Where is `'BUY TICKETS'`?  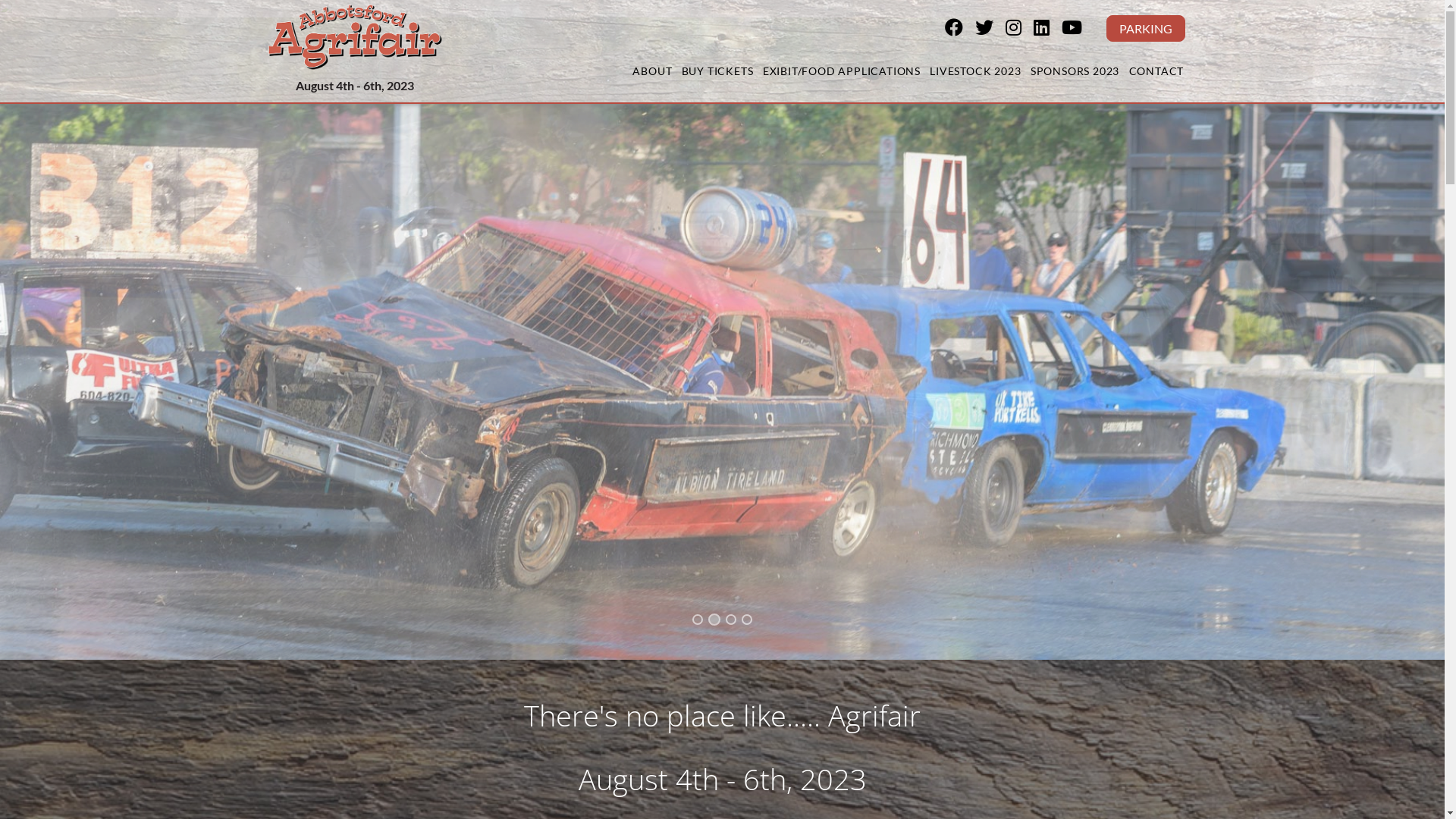 'BUY TICKETS' is located at coordinates (716, 72).